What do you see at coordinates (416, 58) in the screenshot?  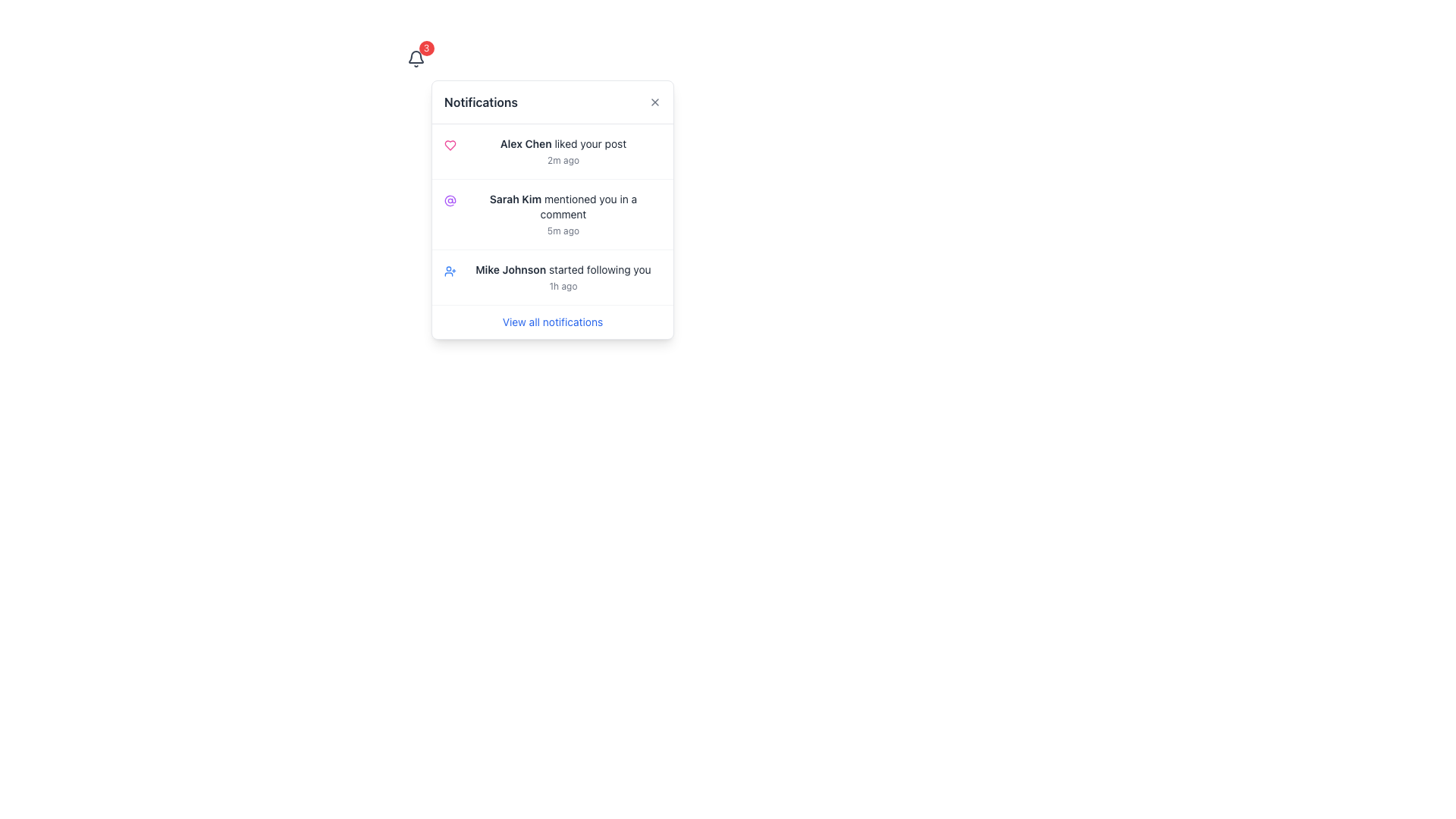 I see `the notification toggle icon located near the top-left corner of the notification section` at bounding box center [416, 58].